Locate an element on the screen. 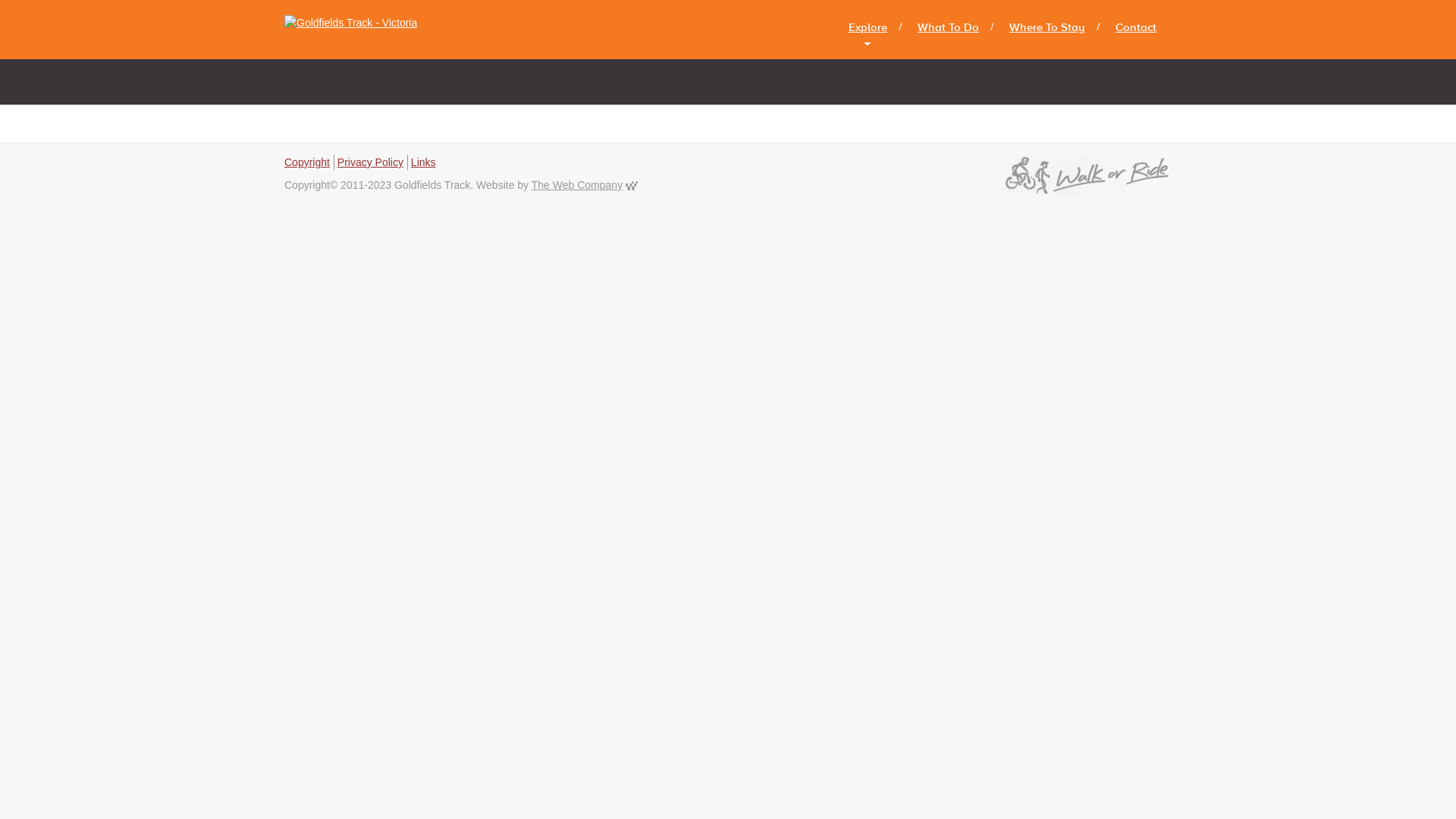 This screenshot has height=819, width=1456. 'What To Do' is located at coordinates (947, 27).